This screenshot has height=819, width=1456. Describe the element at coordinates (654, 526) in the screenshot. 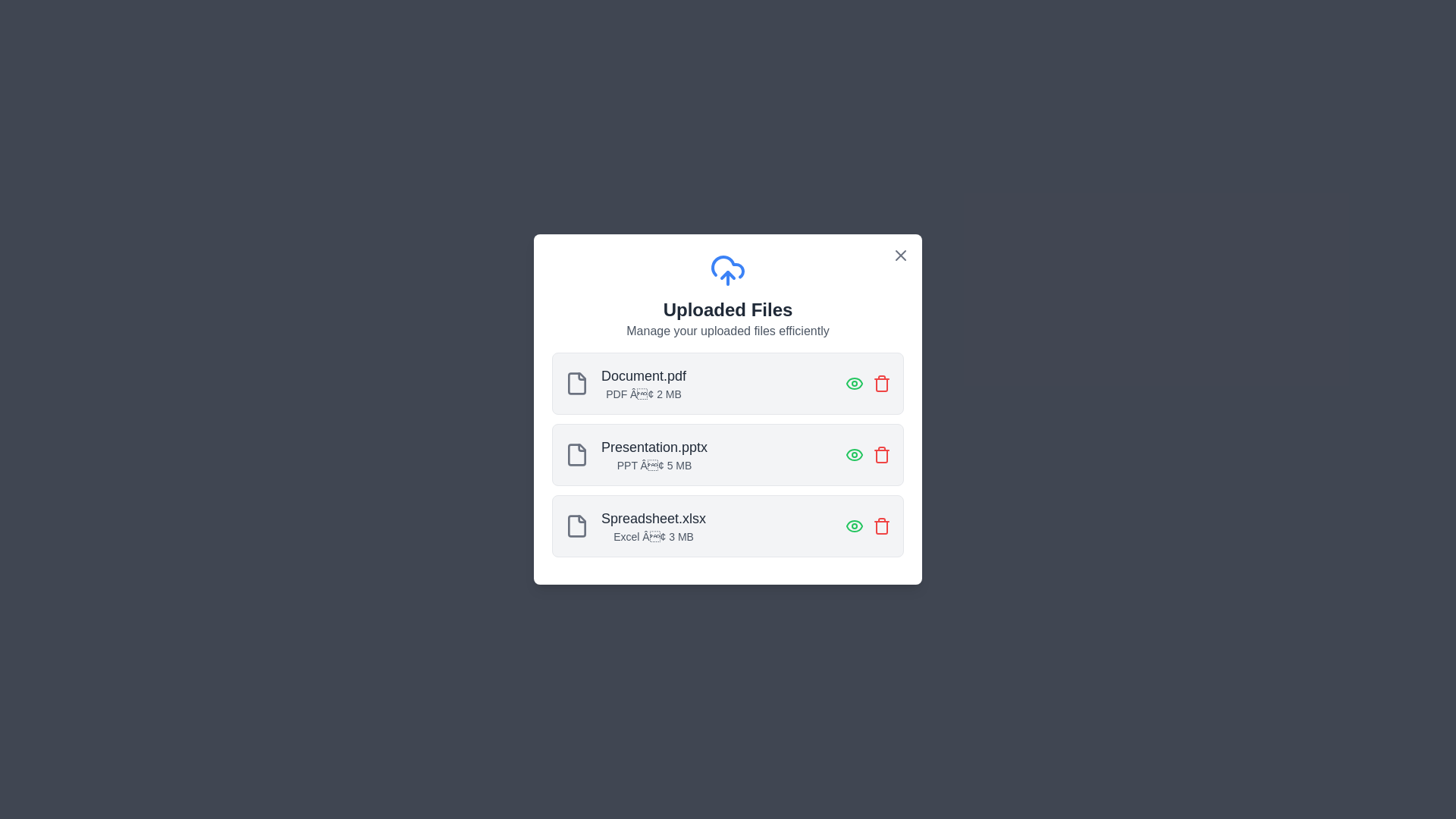

I see `the text display for 'Spreadsheet.xlsx' to associate the file with the control buttons (eye and trash can icons) on the right` at that location.